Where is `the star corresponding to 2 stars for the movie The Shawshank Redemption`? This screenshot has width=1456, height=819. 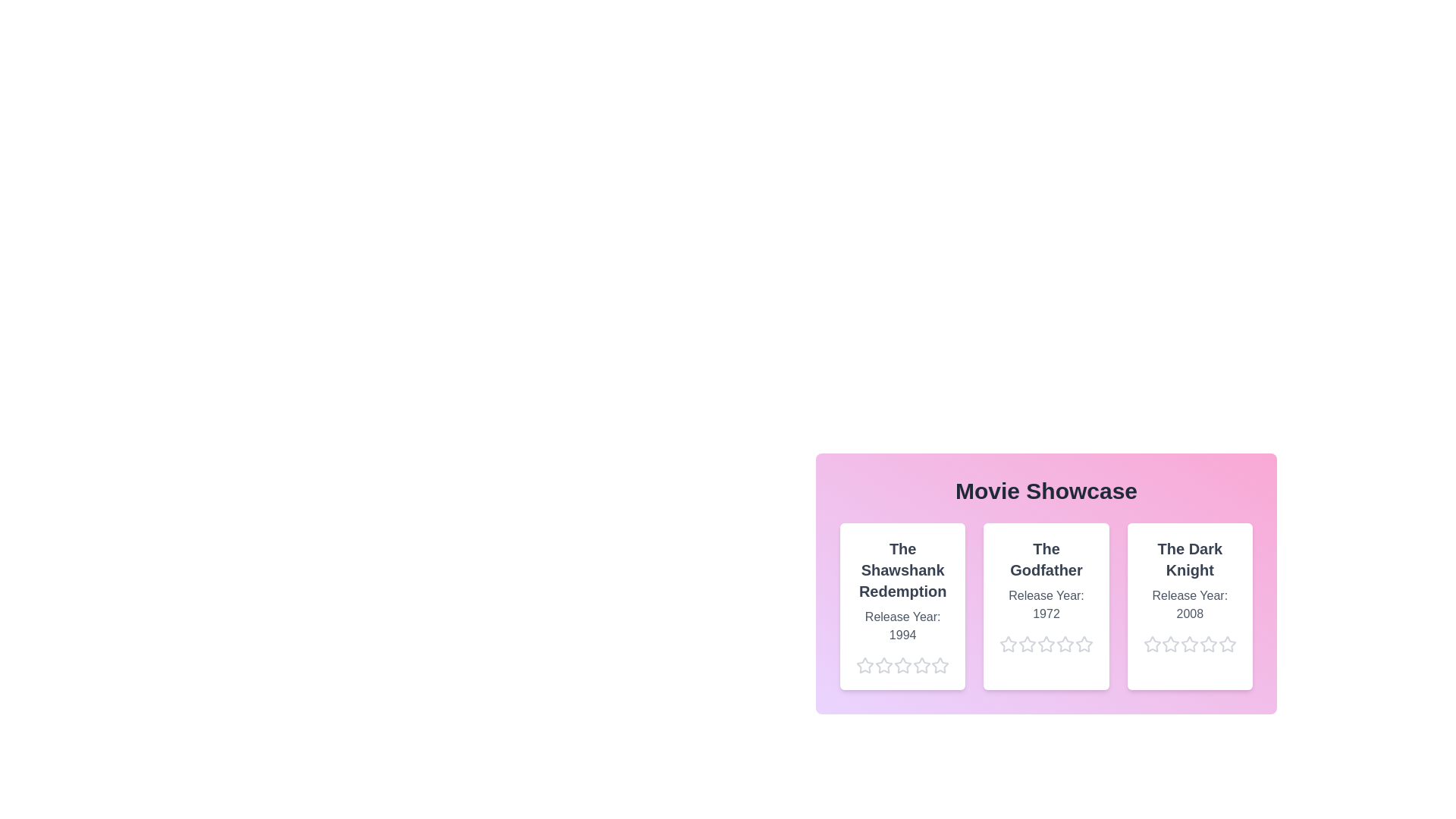
the star corresponding to 2 stars for the movie The Shawshank Redemption is located at coordinates (874, 665).